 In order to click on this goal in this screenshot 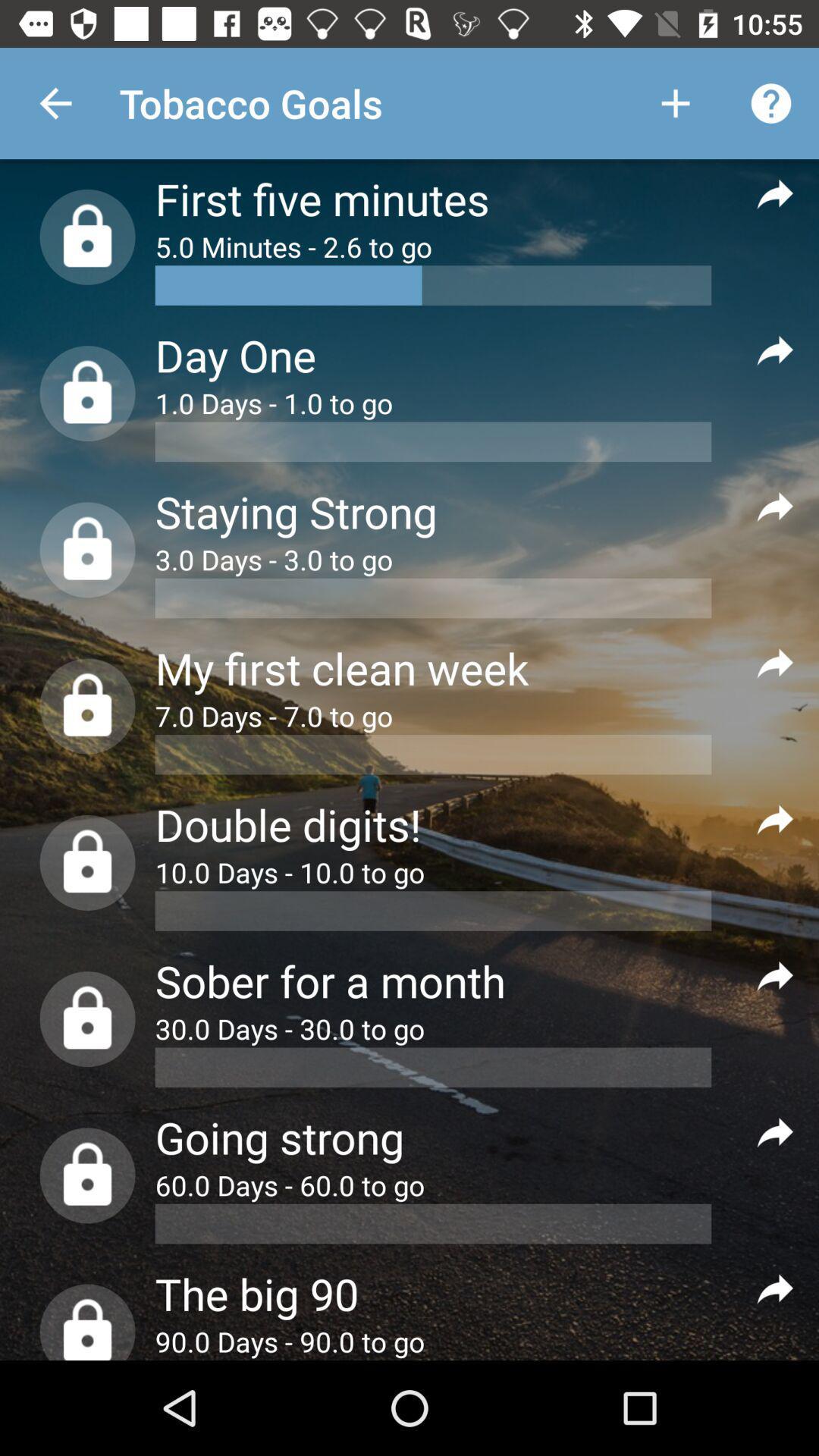, I will do `click(775, 192)`.